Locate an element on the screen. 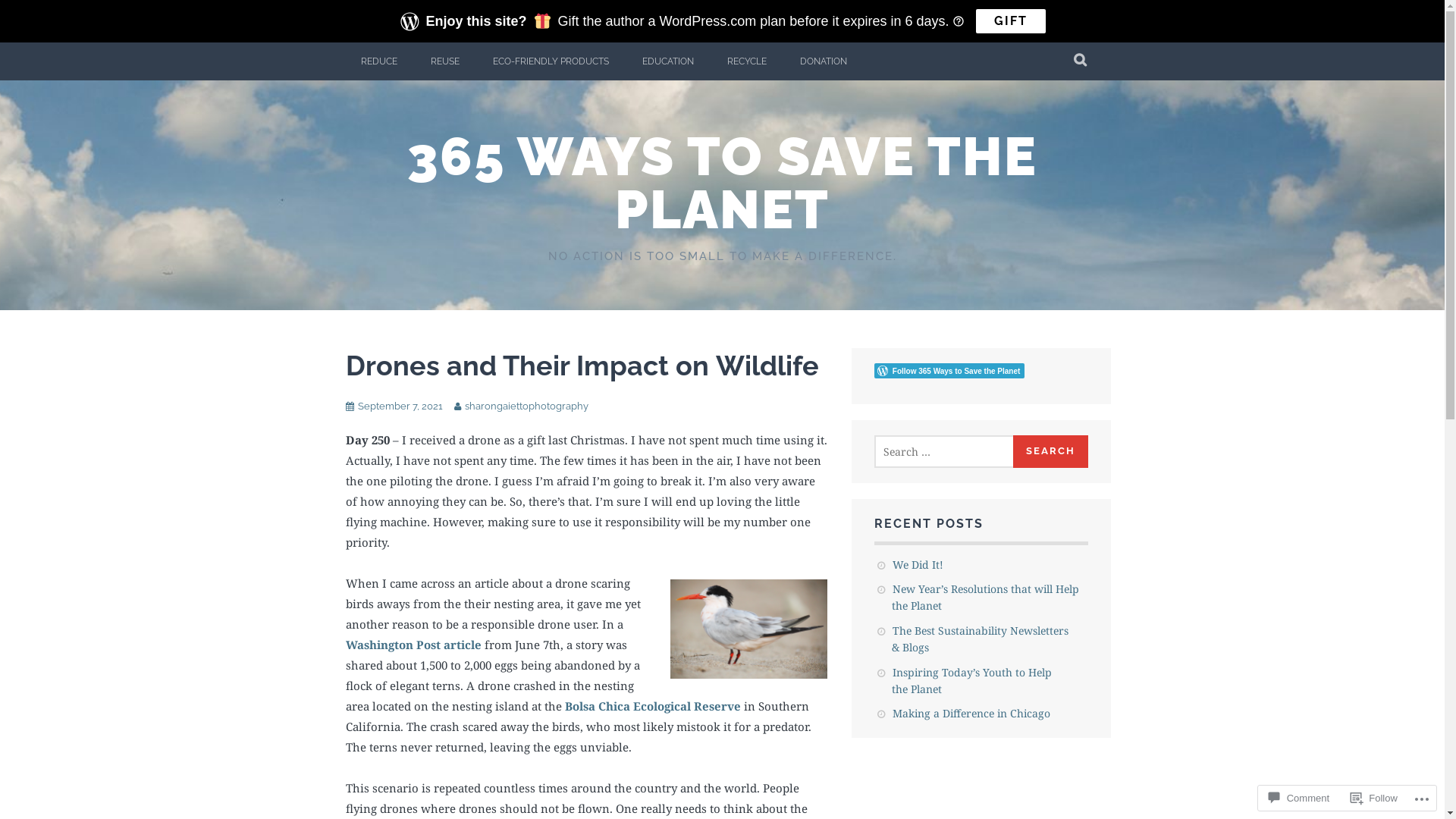 Image resolution: width=1456 pixels, height=819 pixels. 'RECYCLE' is located at coordinates (745, 61).